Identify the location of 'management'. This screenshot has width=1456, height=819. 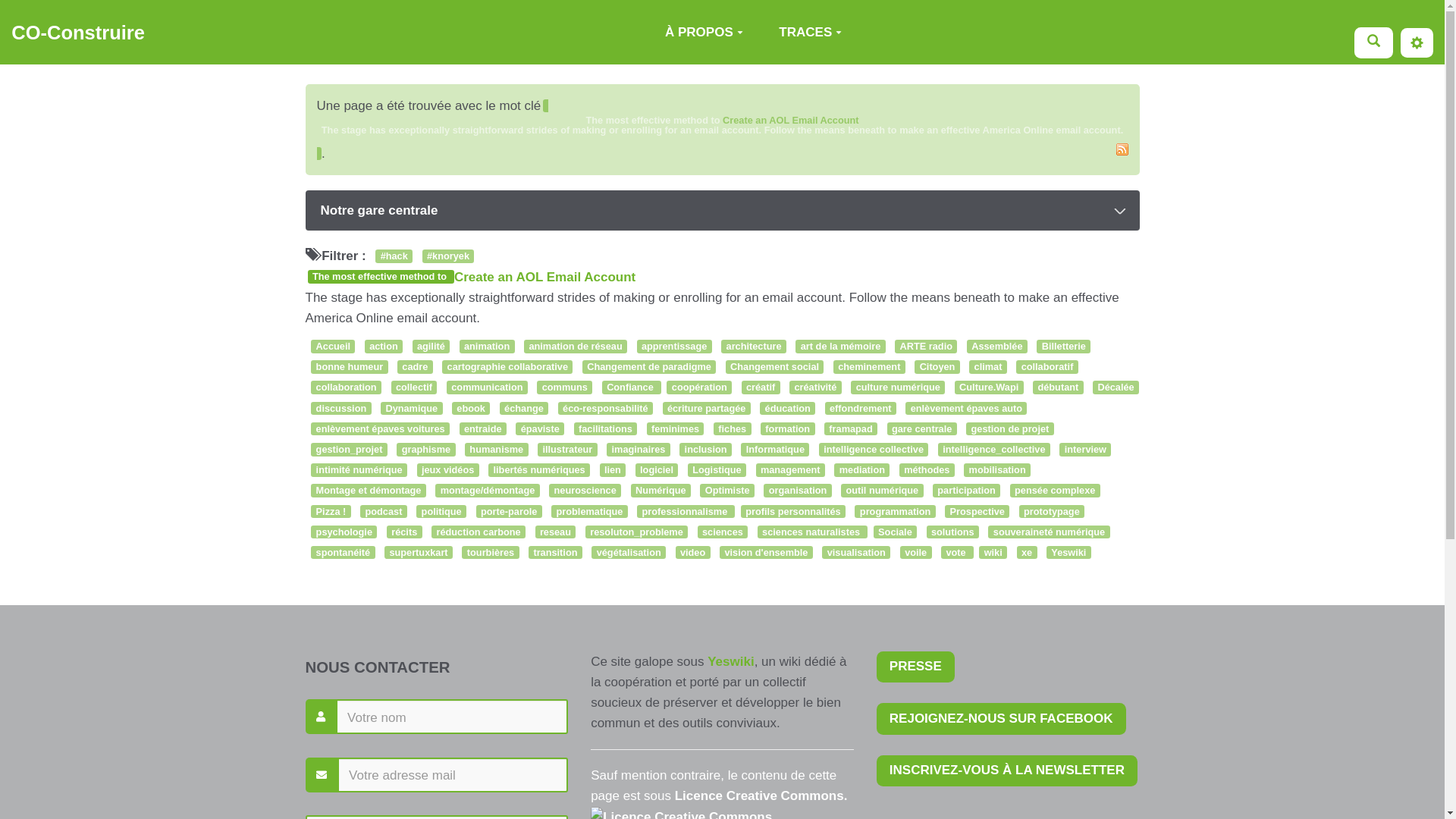
(789, 469).